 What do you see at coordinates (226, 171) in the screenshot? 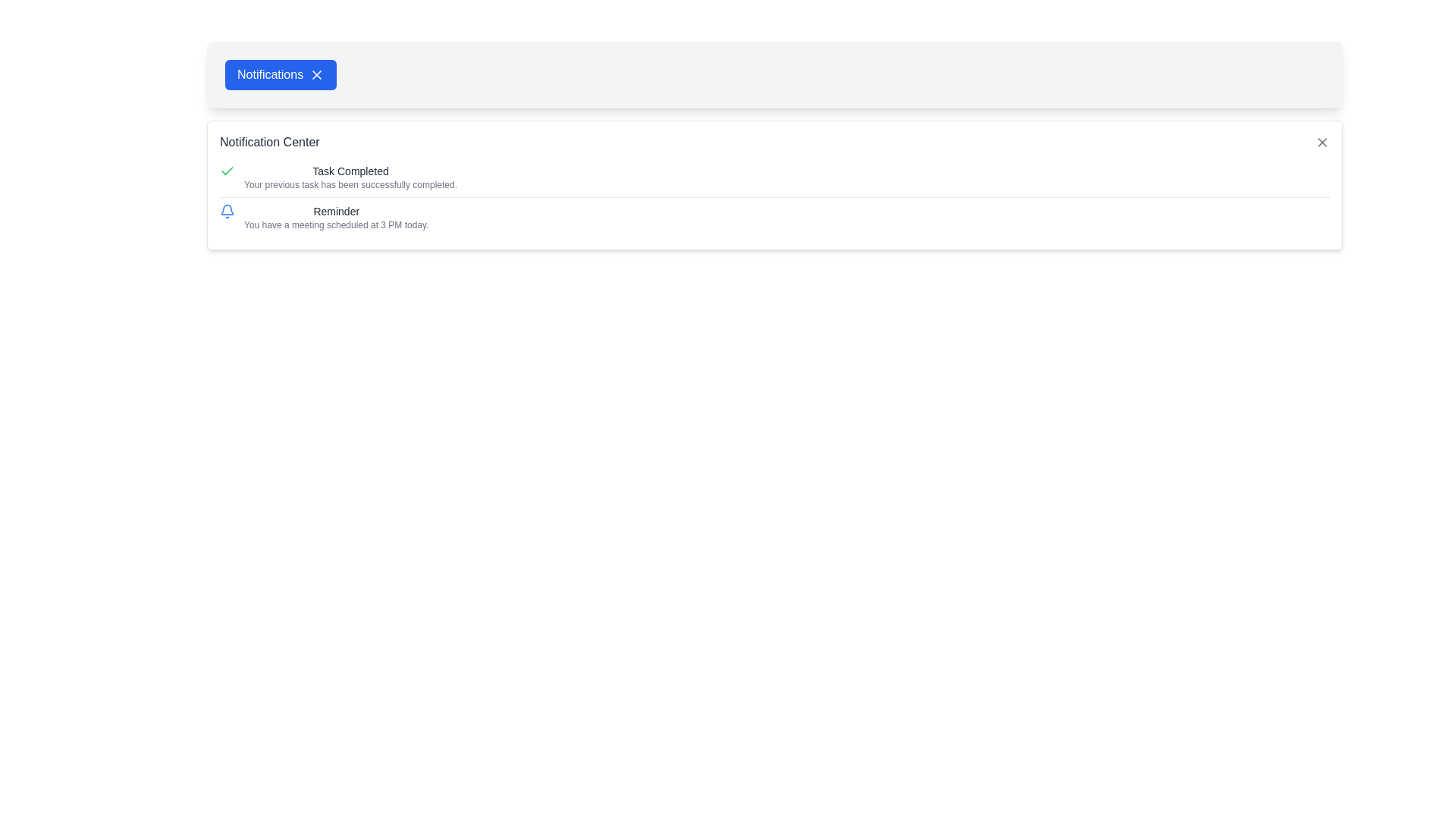
I see `the checkmark icon that indicates the successful completion of a task, located within the notification card, to the left of the text 'Task Completed'` at bounding box center [226, 171].